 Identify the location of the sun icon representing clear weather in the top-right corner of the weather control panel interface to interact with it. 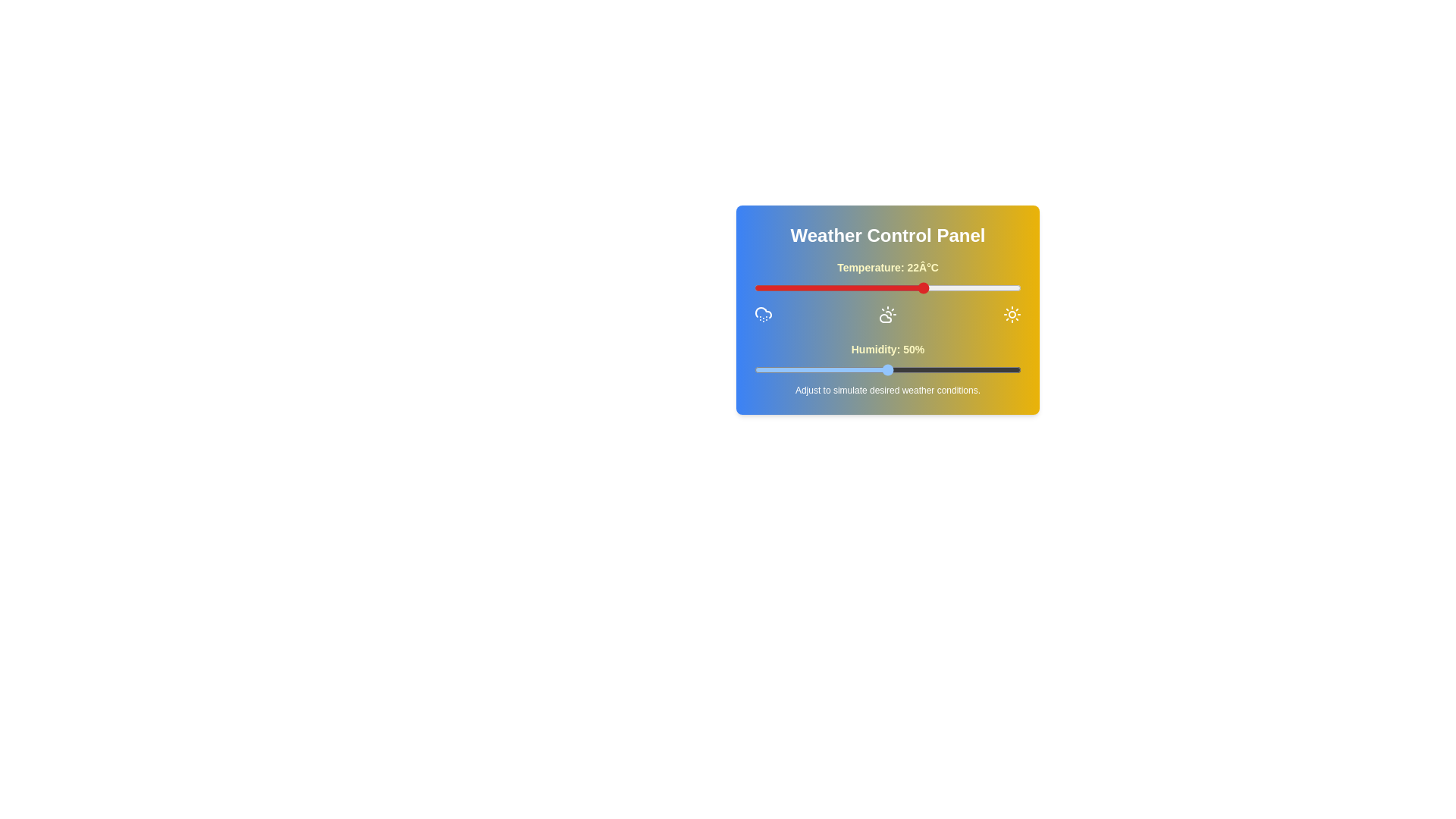
(1012, 314).